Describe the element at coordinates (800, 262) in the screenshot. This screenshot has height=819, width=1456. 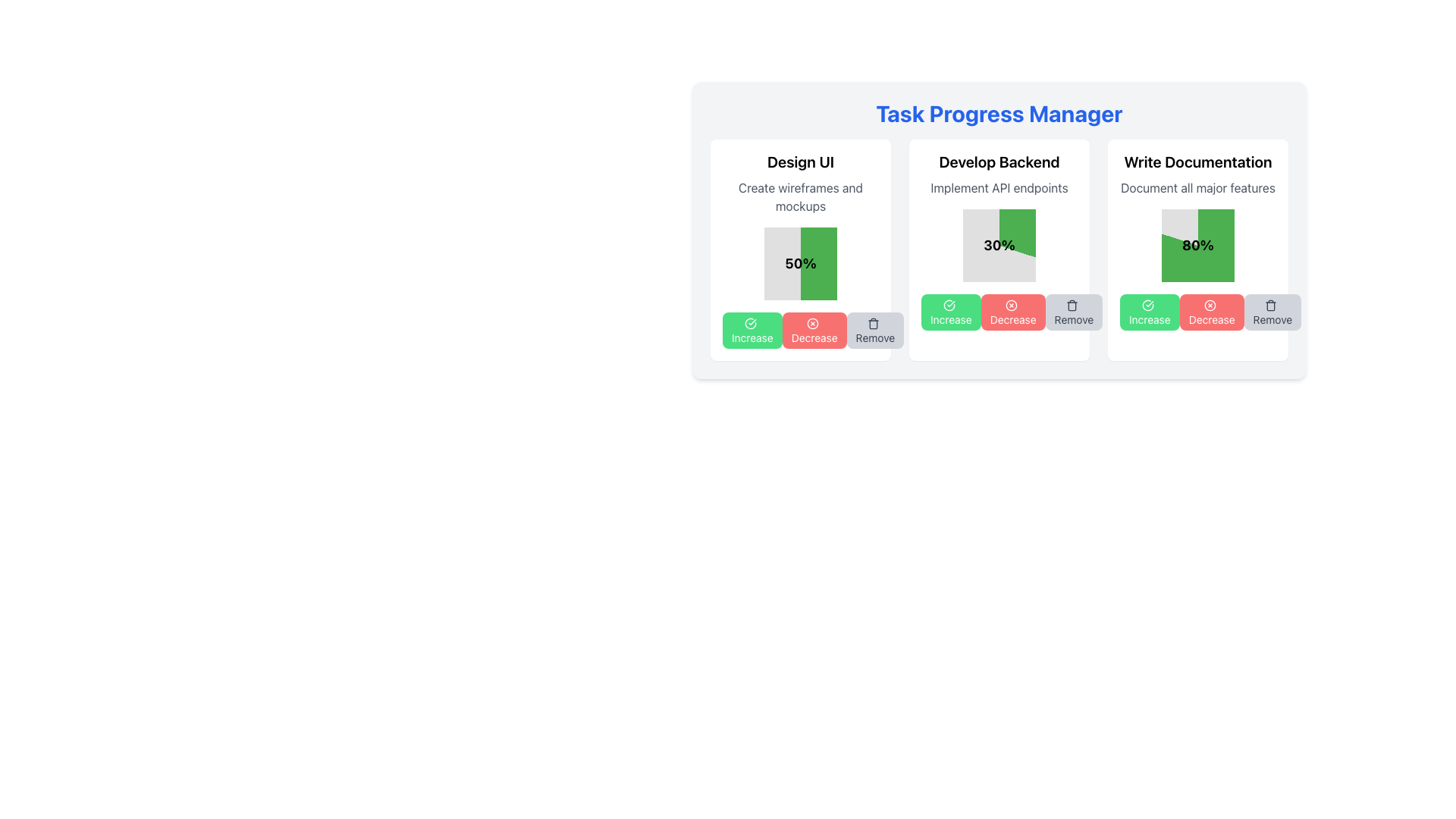
I see `the circular progress indicator that visually communicates a 50% completion status, located centrally within the 'Design UI' card between the text 'Create wireframes and mockups' and the control buttons below` at that location.